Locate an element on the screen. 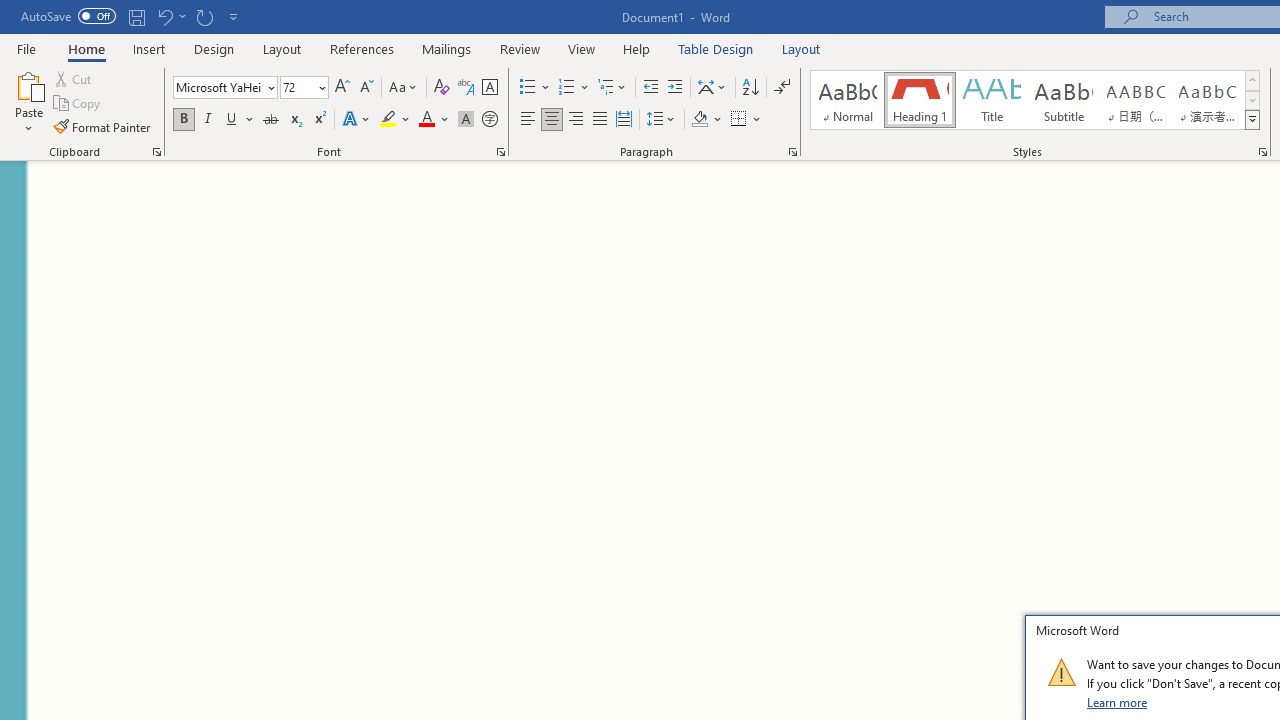 The width and height of the screenshot is (1280, 720). 'Undo Grow Font' is located at coordinates (170, 16).